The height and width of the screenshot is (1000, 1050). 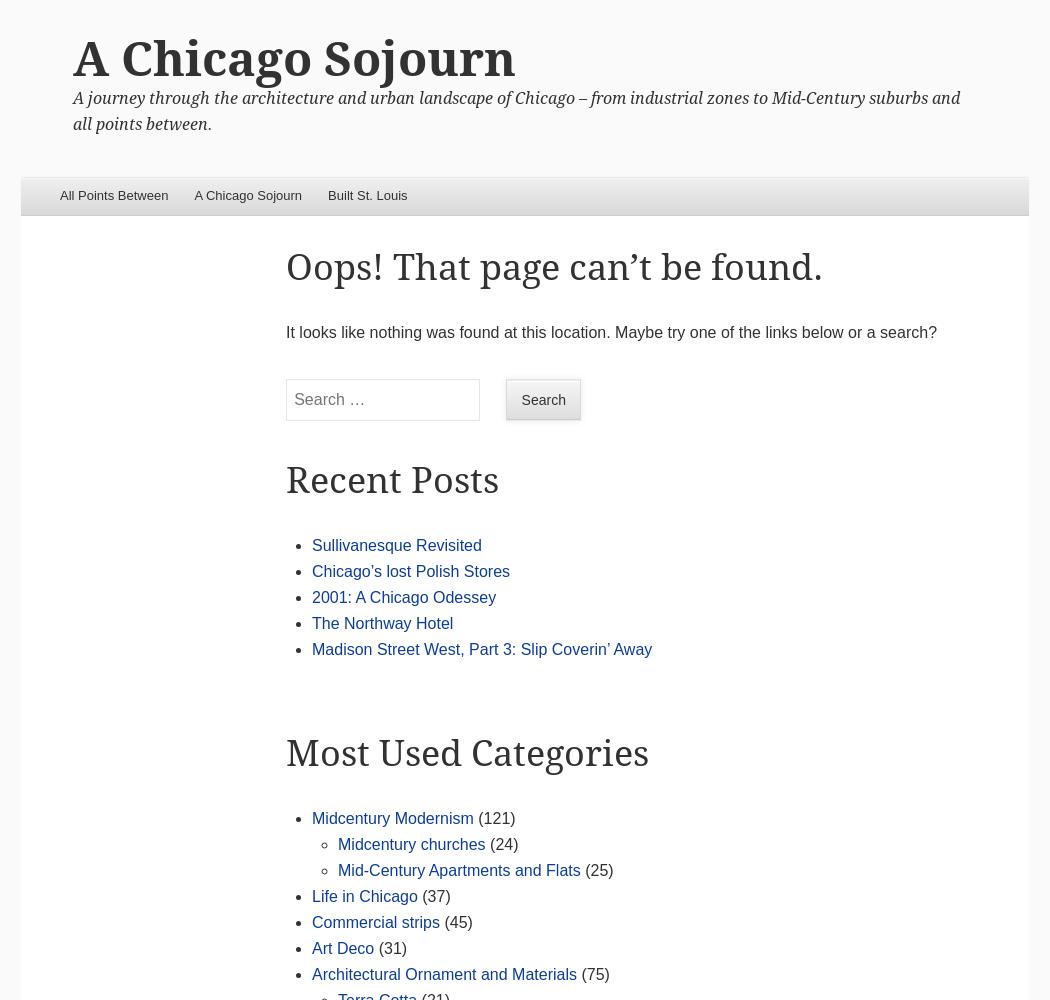 I want to click on 'Sullivanesque Revisited', so click(x=311, y=544).